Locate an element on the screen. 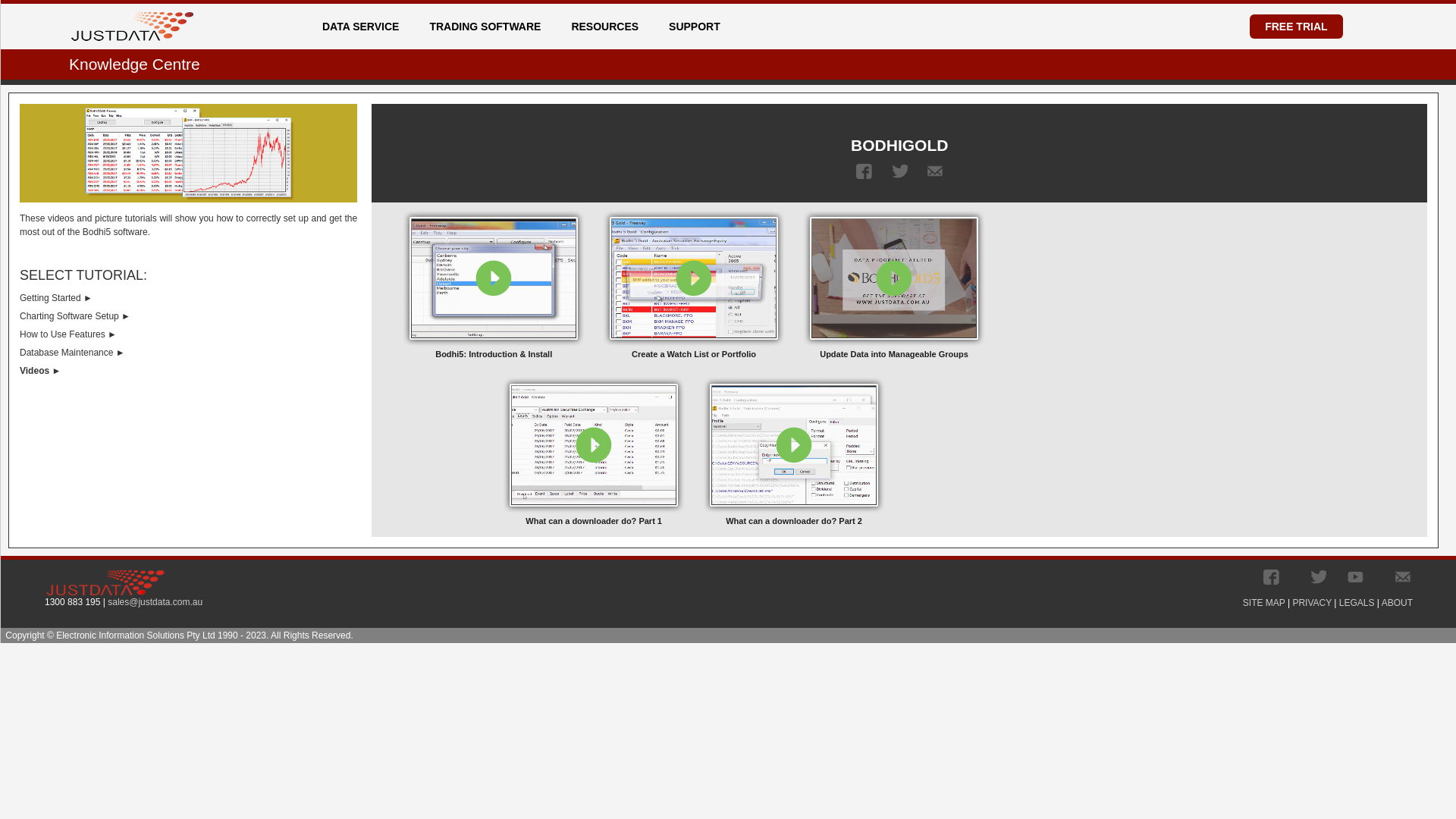 The width and height of the screenshot is (1456, 819). 'LEGALS' is located at coordinates (1357, 601).